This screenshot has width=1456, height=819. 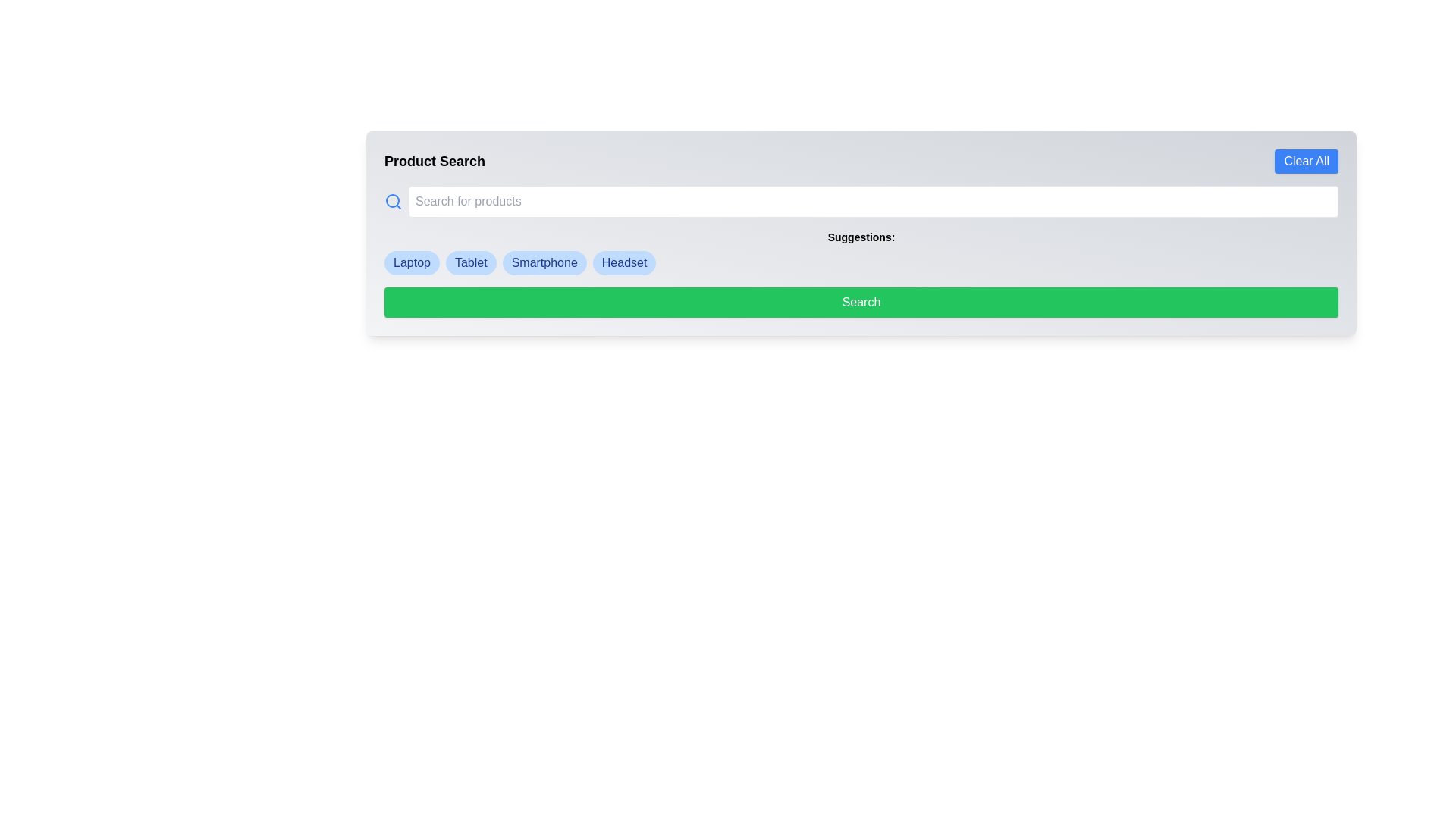 What do you see at coordinates (393, 201) in the screenshot?
I see `the blue search icon, which is a circular magnifying glass shape with a handle, located to the left of the search input box labeled 'Search for products'` at bounding box center [393, 201].